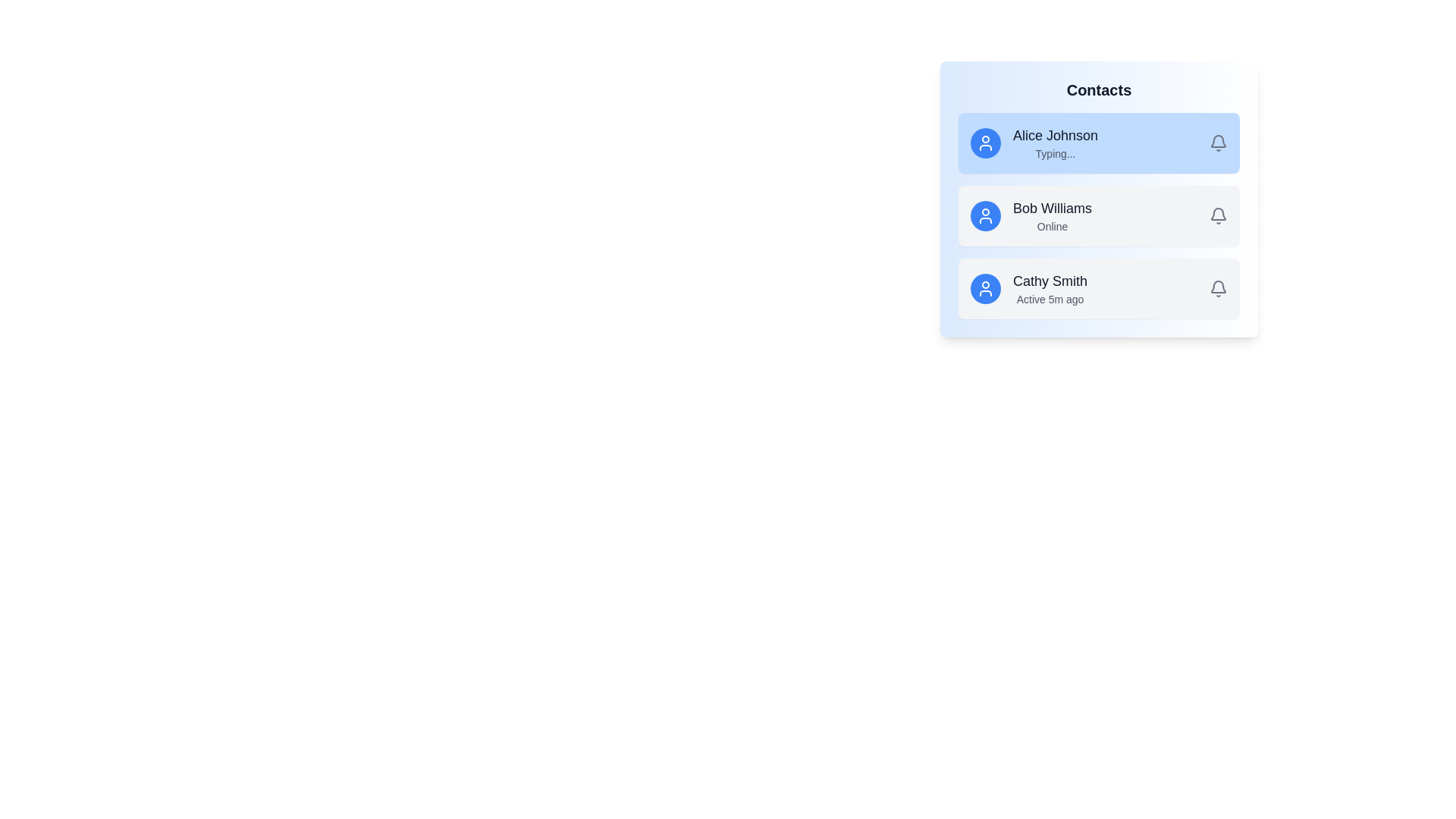  What do you see at coordinates (986, 216) in the screenshot?
I see `the User avatar icon located in the second row of the contact list, to the left of the name 'Bob Williams'` at bounding box center [986, 216].